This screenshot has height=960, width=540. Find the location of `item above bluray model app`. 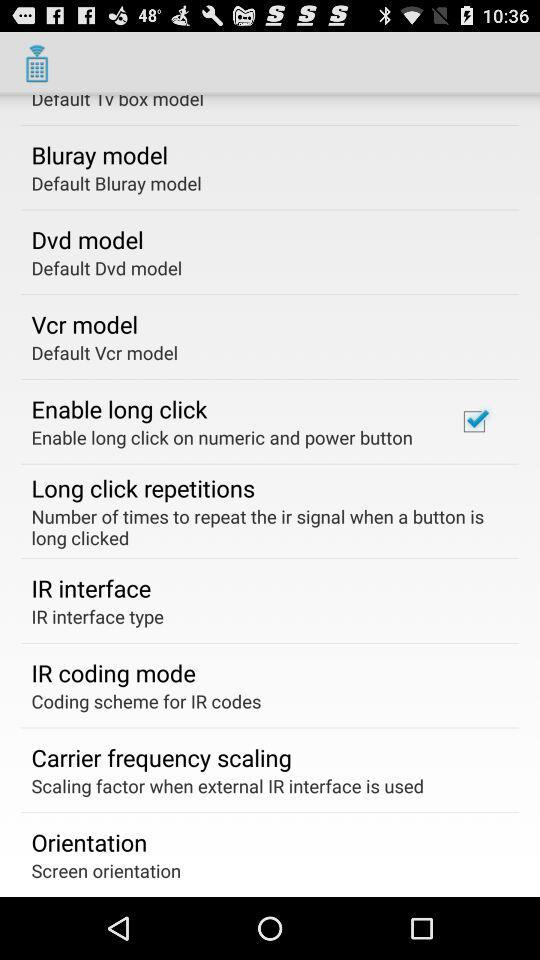

item above bluray model app is located at coordinates (117, 102).